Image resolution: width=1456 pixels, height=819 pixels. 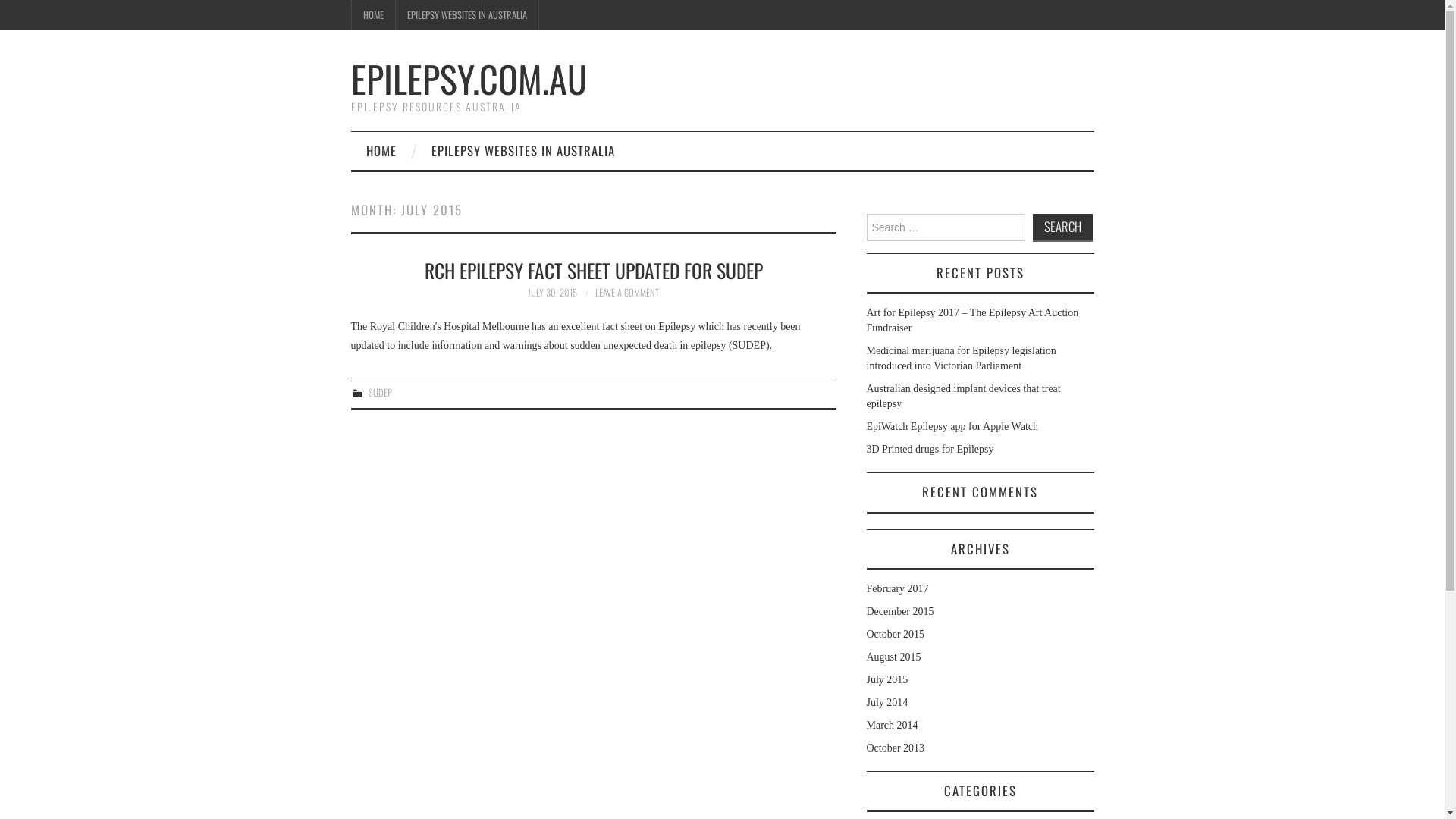 I want to click on '3D Printed drugs for Epilepsy', so click(x=866, y=448).